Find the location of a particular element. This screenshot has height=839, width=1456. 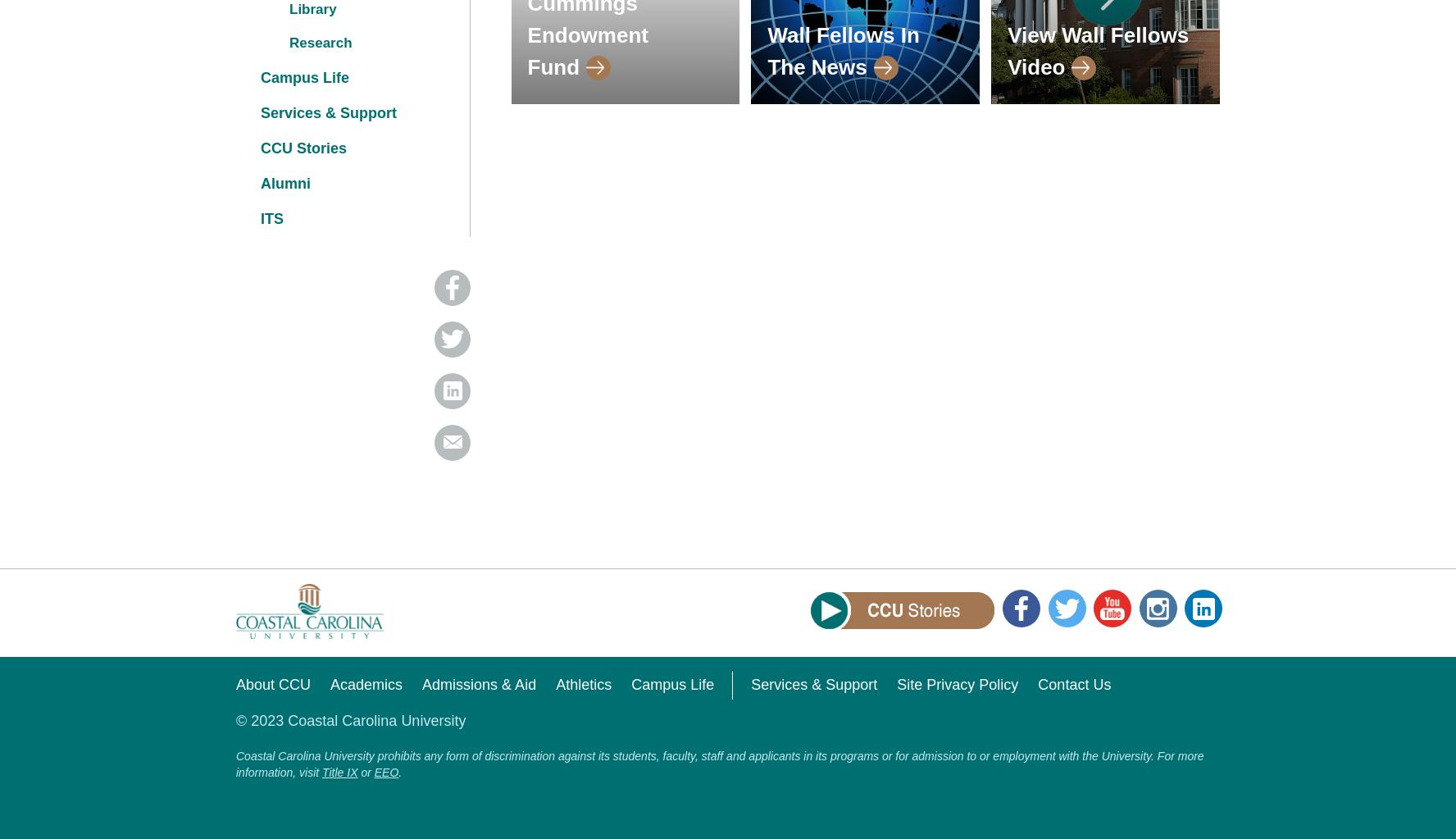

'Research' is located at coordinates (289, 42).